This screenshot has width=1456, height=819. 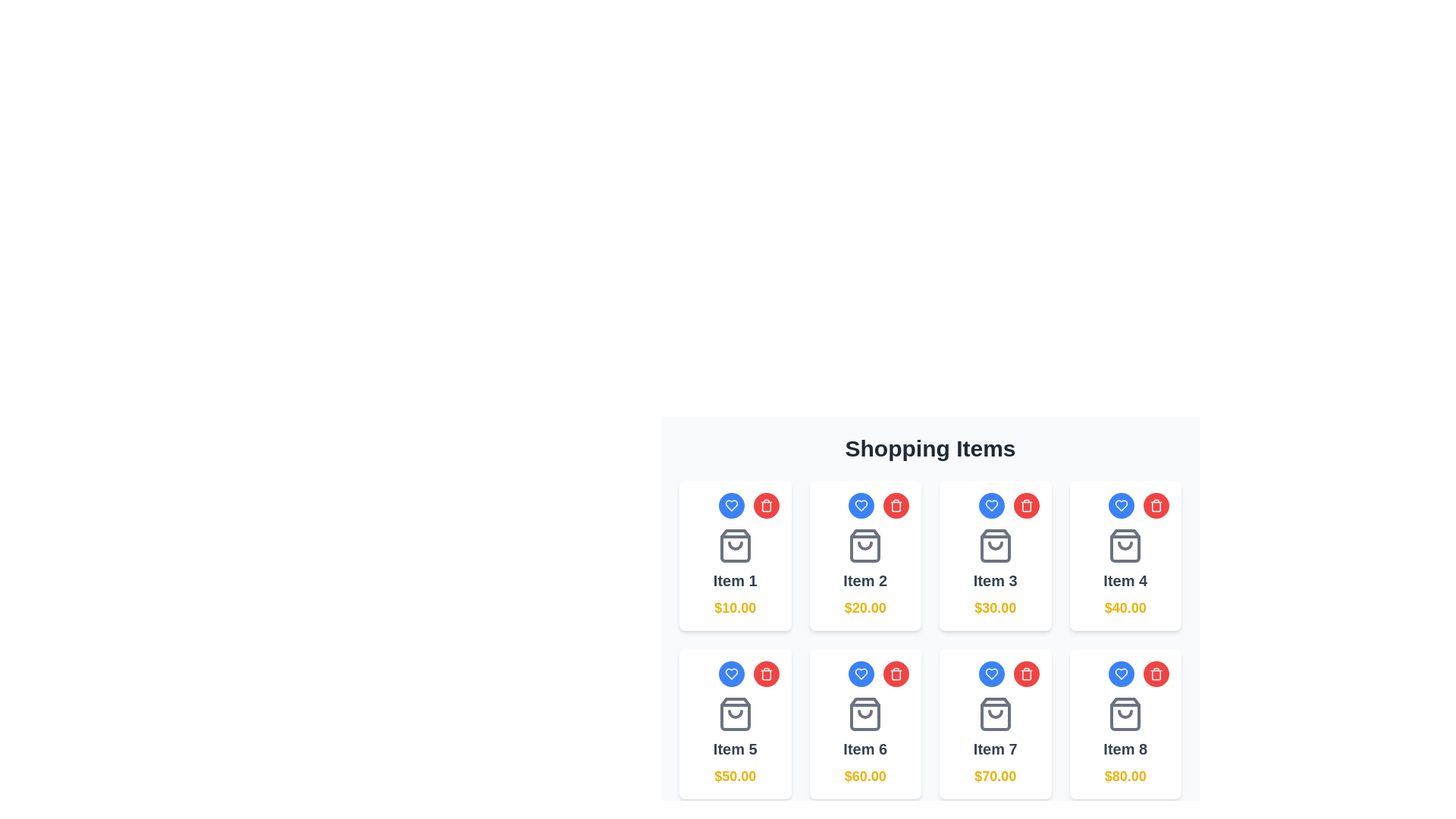 I want to click on the blue heart-shaped icon located above the item's image in its card to mark the item as favorite, so click(x=731, y=673).